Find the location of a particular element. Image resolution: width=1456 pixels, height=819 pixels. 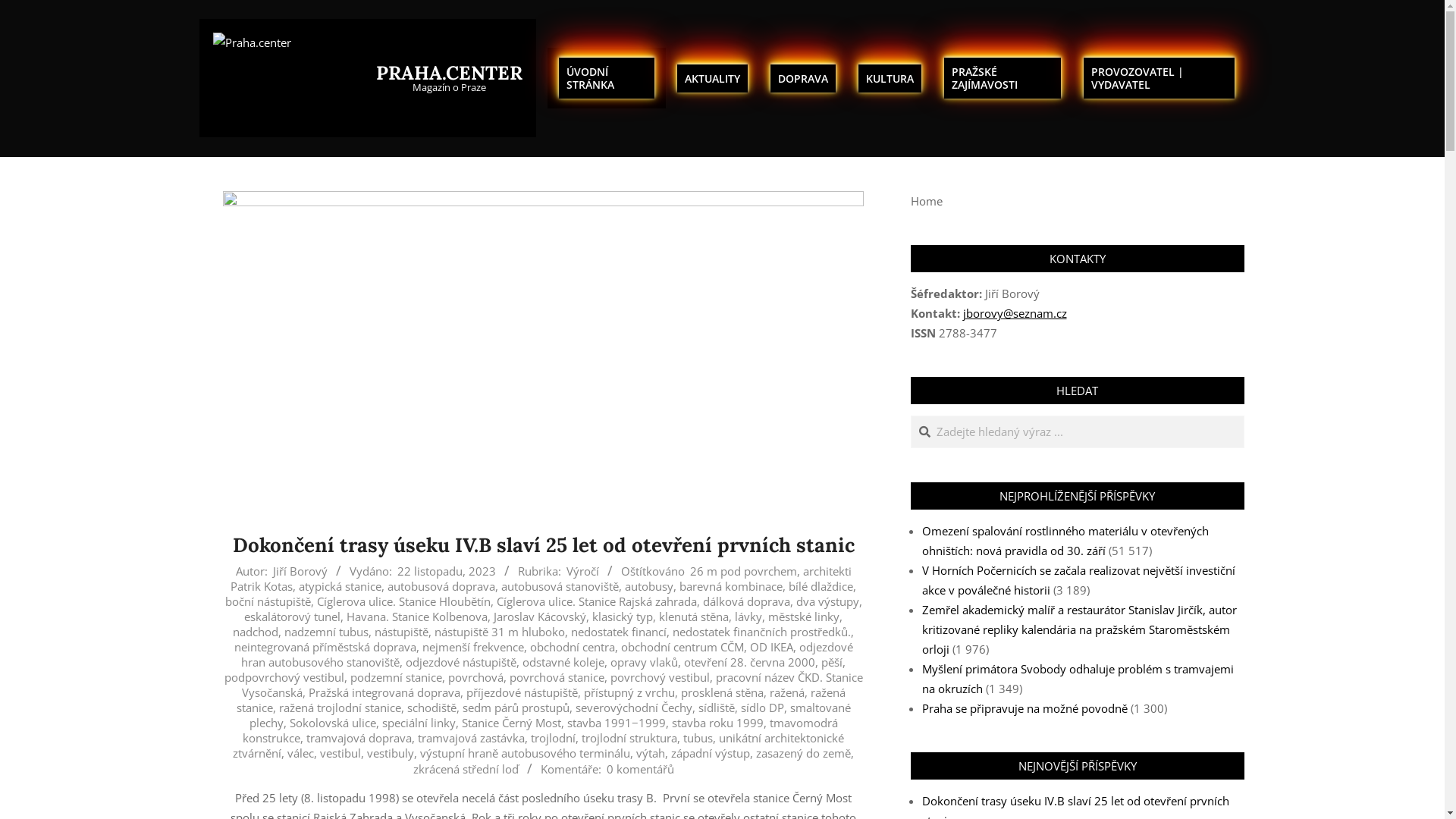

'AKTUALITY' is located at coordinates (666, 78).